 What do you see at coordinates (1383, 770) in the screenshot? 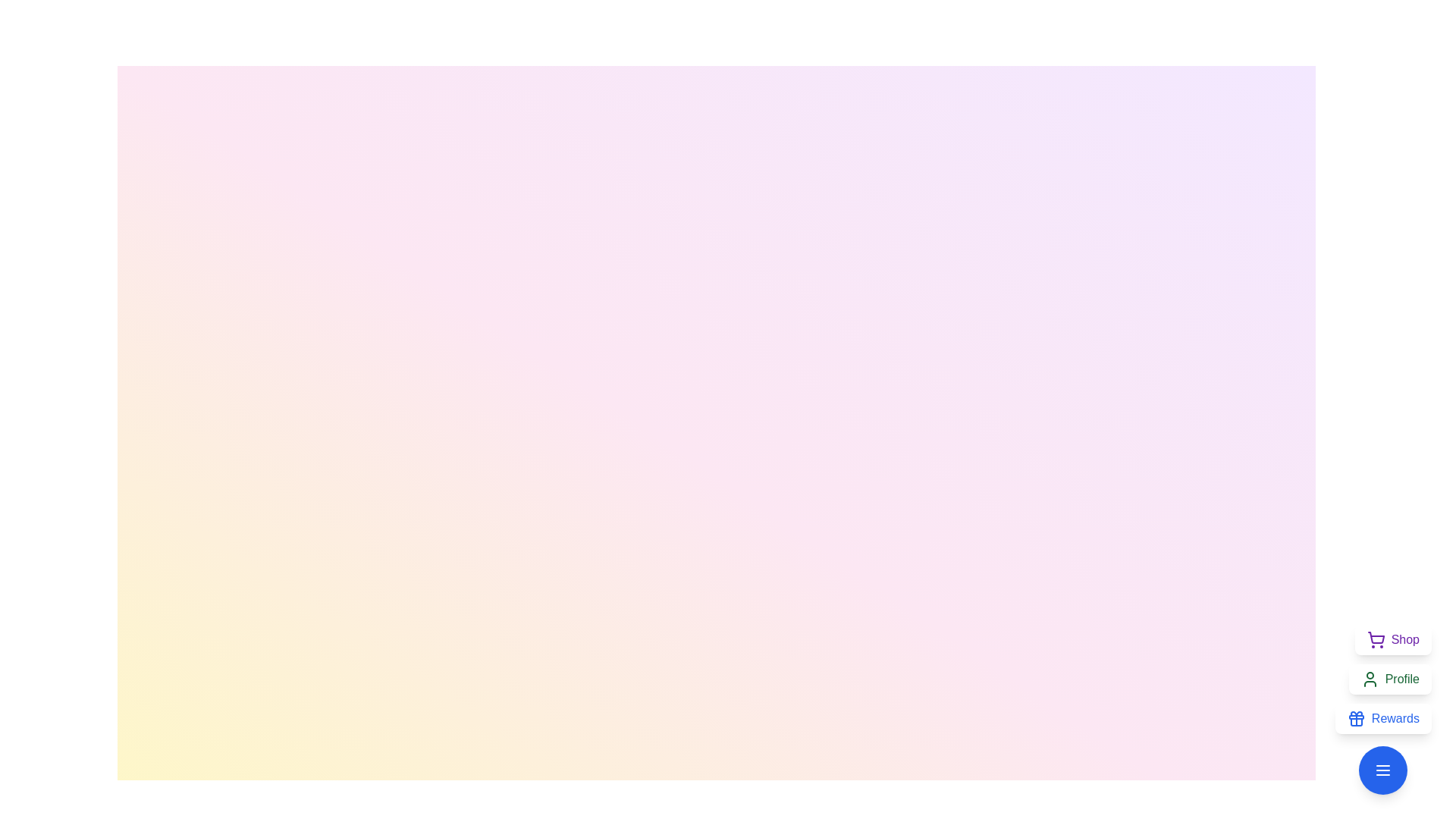
I see `the menu button located in the bottom-right corner of the interface` at bounding box center [1383, 770].